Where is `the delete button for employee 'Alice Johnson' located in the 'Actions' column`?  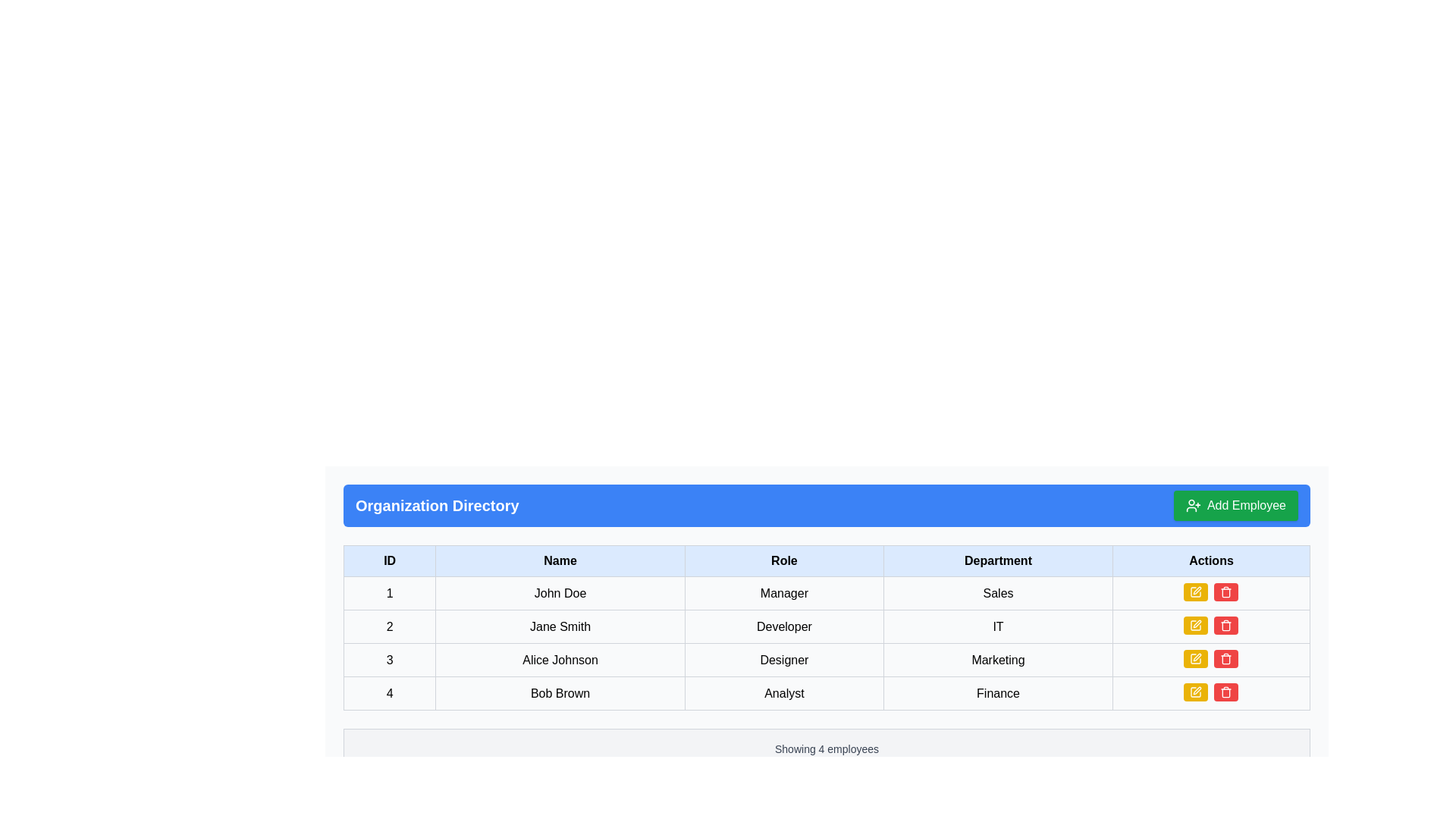
the delete button for employee 'Alice Johnson' located in the 'Actions' column is located at coordinates (1226, 657).